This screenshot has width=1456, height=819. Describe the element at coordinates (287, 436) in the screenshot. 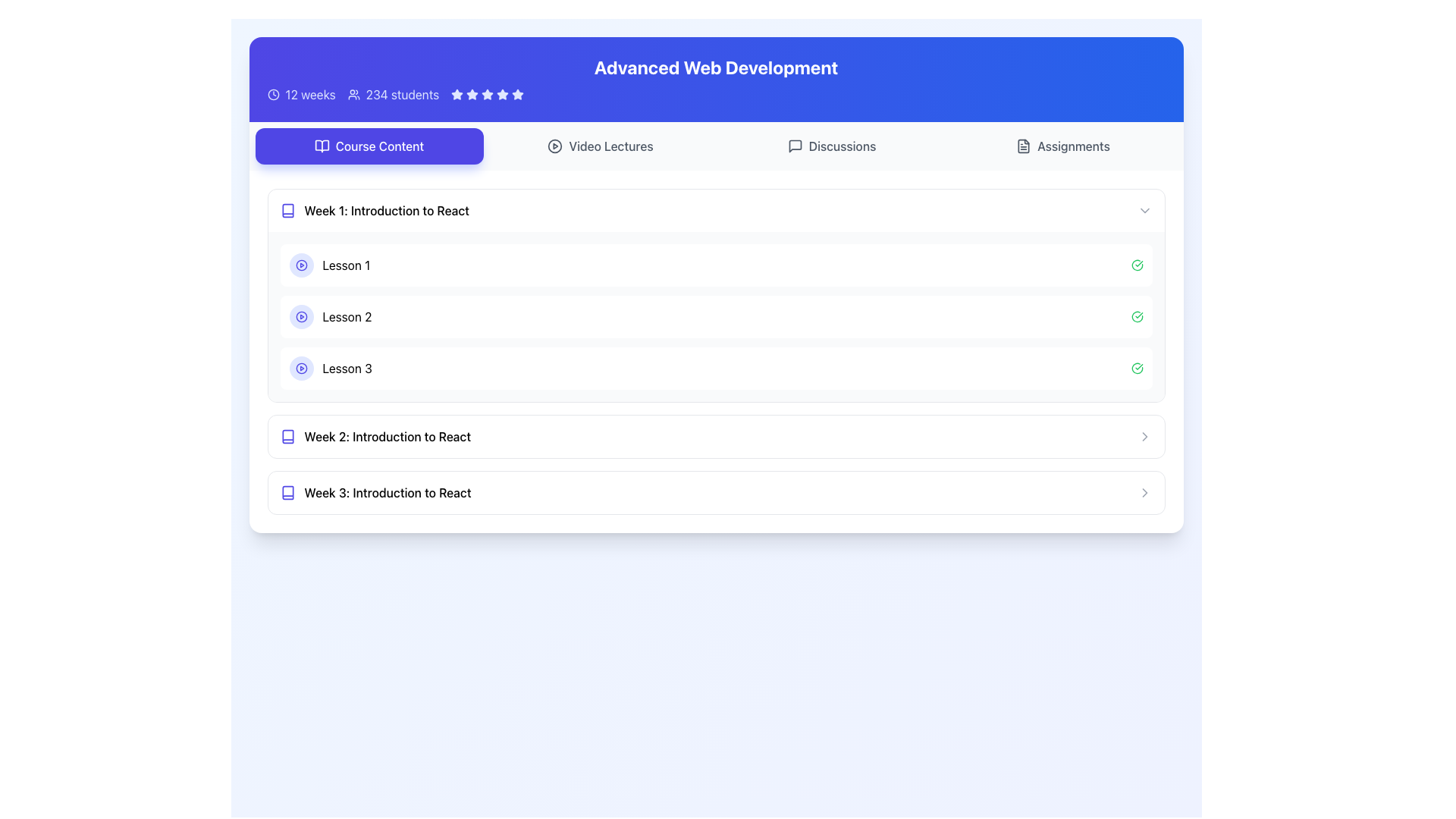

I see `the Book icon representing 'Week 2: Introduction to React' in the Course Content section to provide quick visual recognition for the user` at that location.